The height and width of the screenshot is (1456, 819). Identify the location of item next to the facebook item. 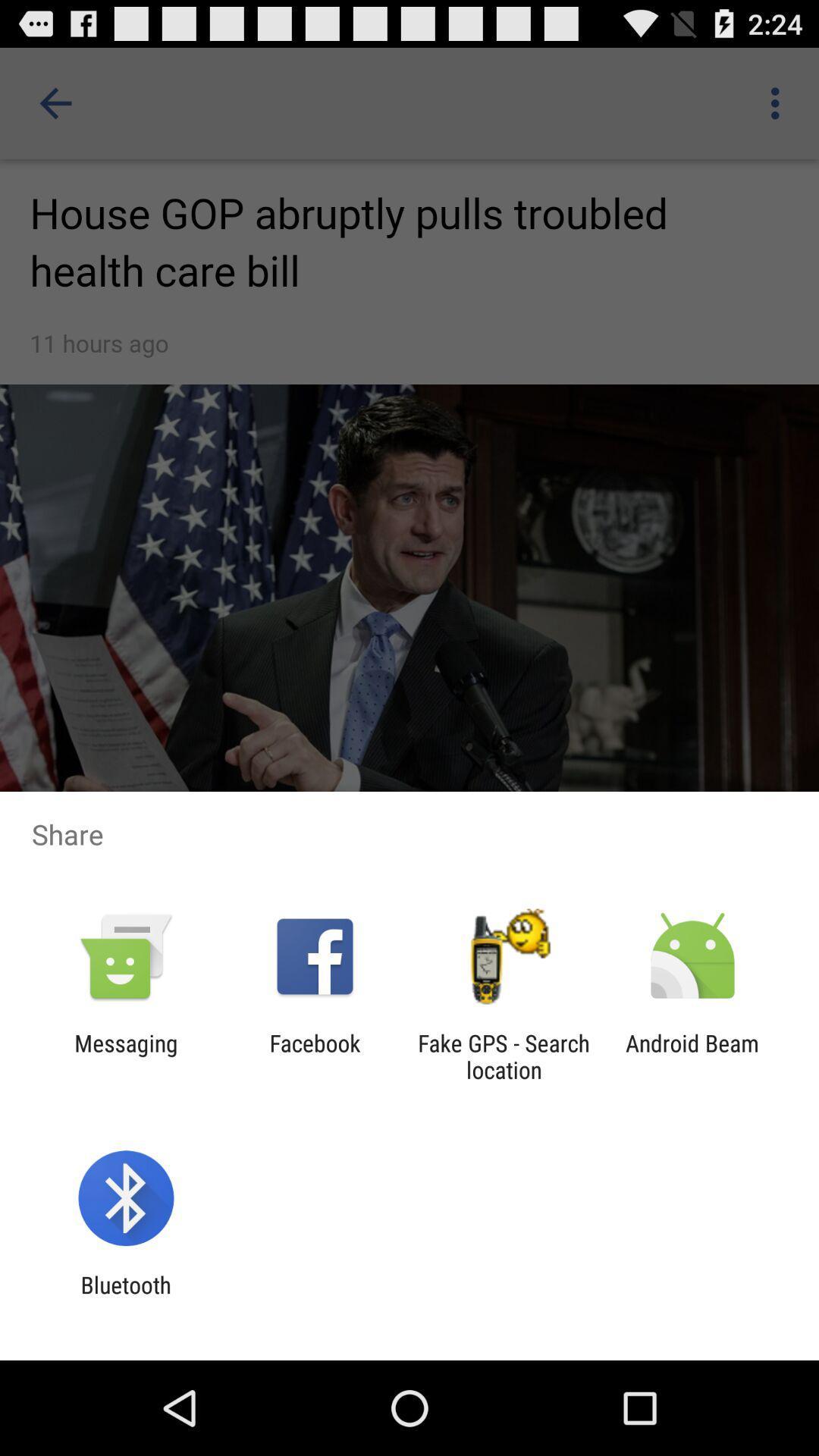
(125, 1056).